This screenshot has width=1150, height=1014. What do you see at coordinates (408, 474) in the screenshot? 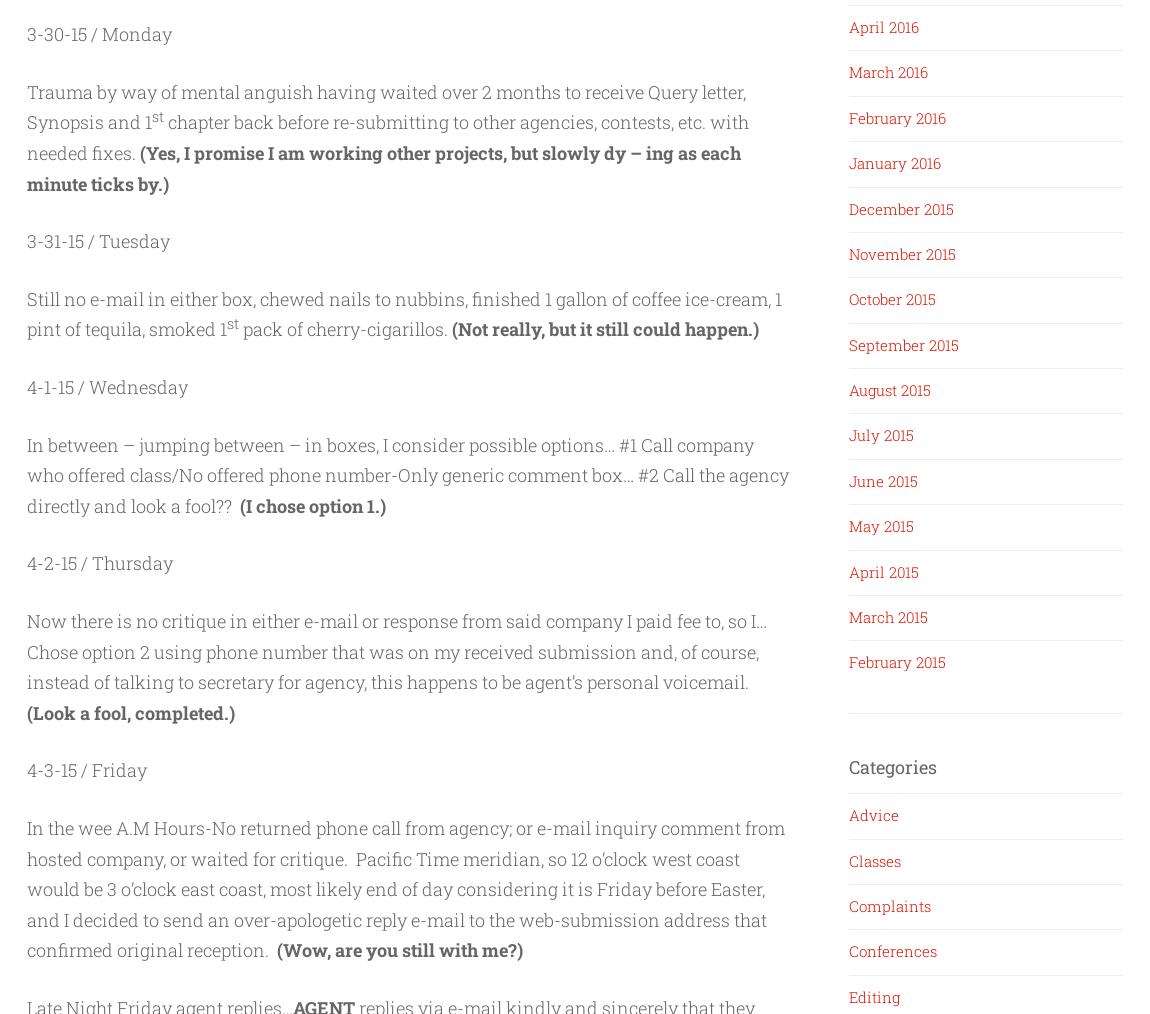
I see `'In between – jumping between – in boxes, I consider possible options… #1 Call company who offered class/No offered phone number-Only generic comment box… #2 Call the agency directly and look a fool??'` at bounding box center [408, 474].